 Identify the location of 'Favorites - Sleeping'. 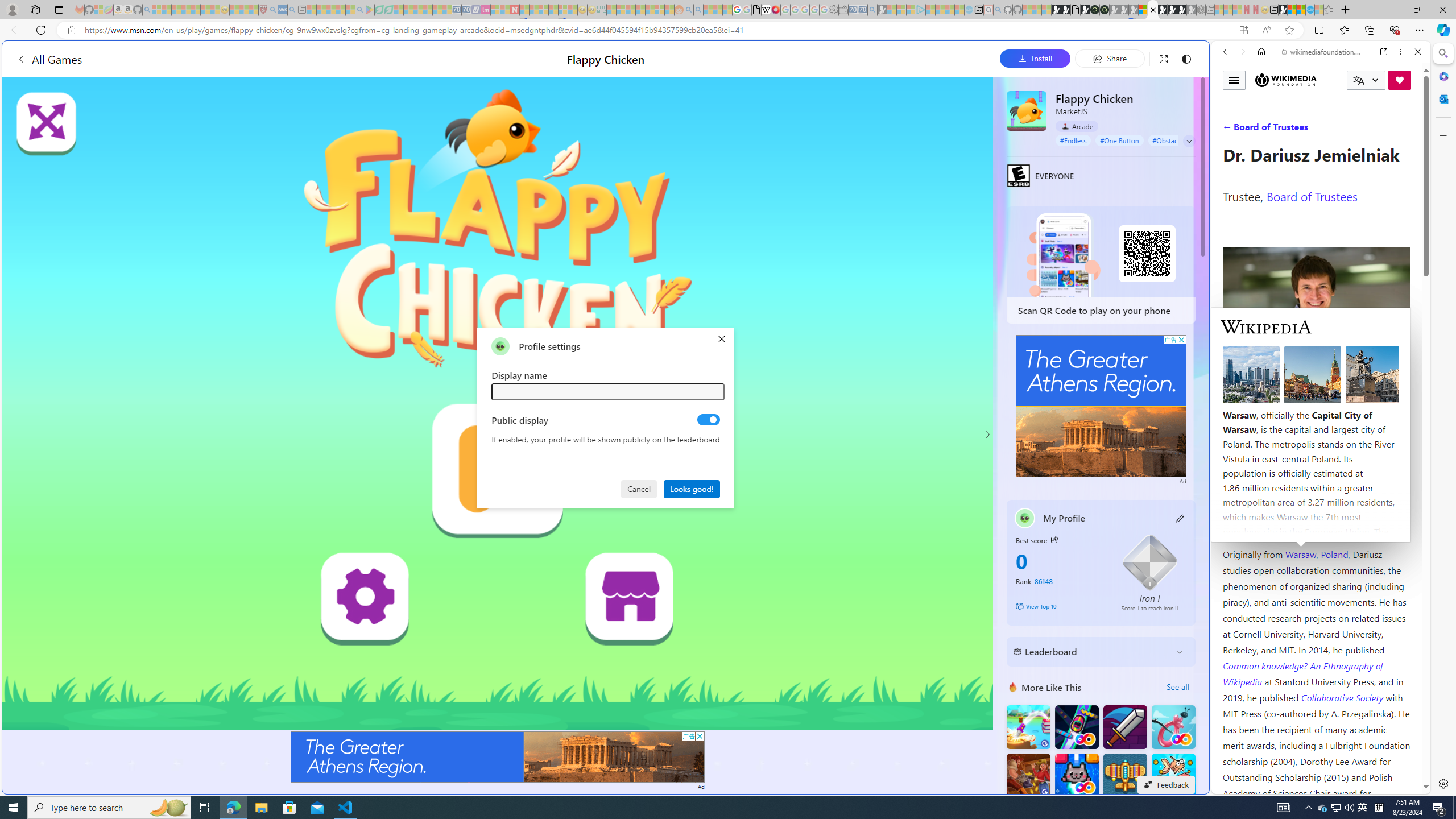
(1328, 9).